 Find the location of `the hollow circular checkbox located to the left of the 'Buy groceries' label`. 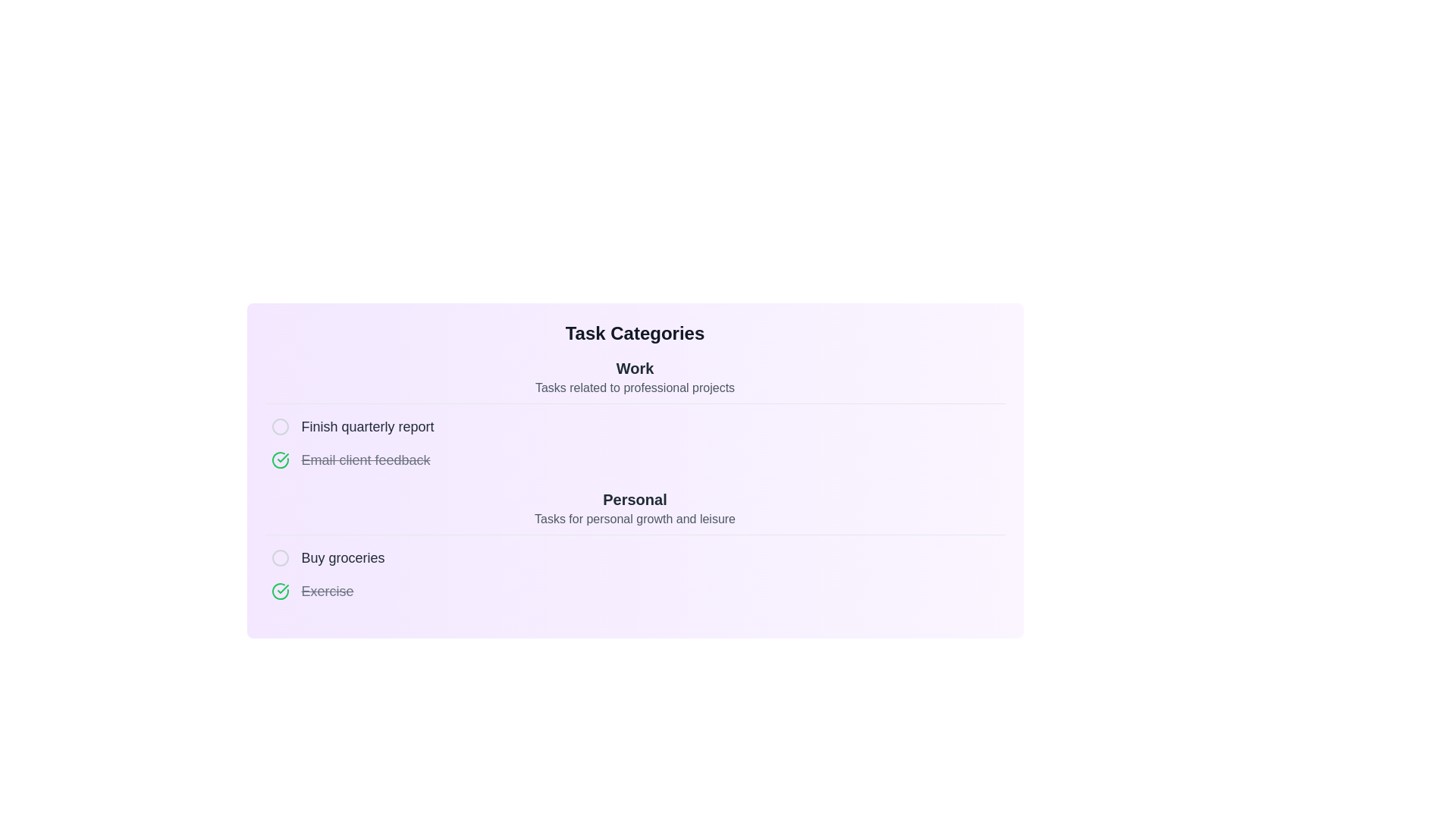

the hollow circular checkbox located to the left of the 'Buy groceries' label is located at coordinates (280, 558).